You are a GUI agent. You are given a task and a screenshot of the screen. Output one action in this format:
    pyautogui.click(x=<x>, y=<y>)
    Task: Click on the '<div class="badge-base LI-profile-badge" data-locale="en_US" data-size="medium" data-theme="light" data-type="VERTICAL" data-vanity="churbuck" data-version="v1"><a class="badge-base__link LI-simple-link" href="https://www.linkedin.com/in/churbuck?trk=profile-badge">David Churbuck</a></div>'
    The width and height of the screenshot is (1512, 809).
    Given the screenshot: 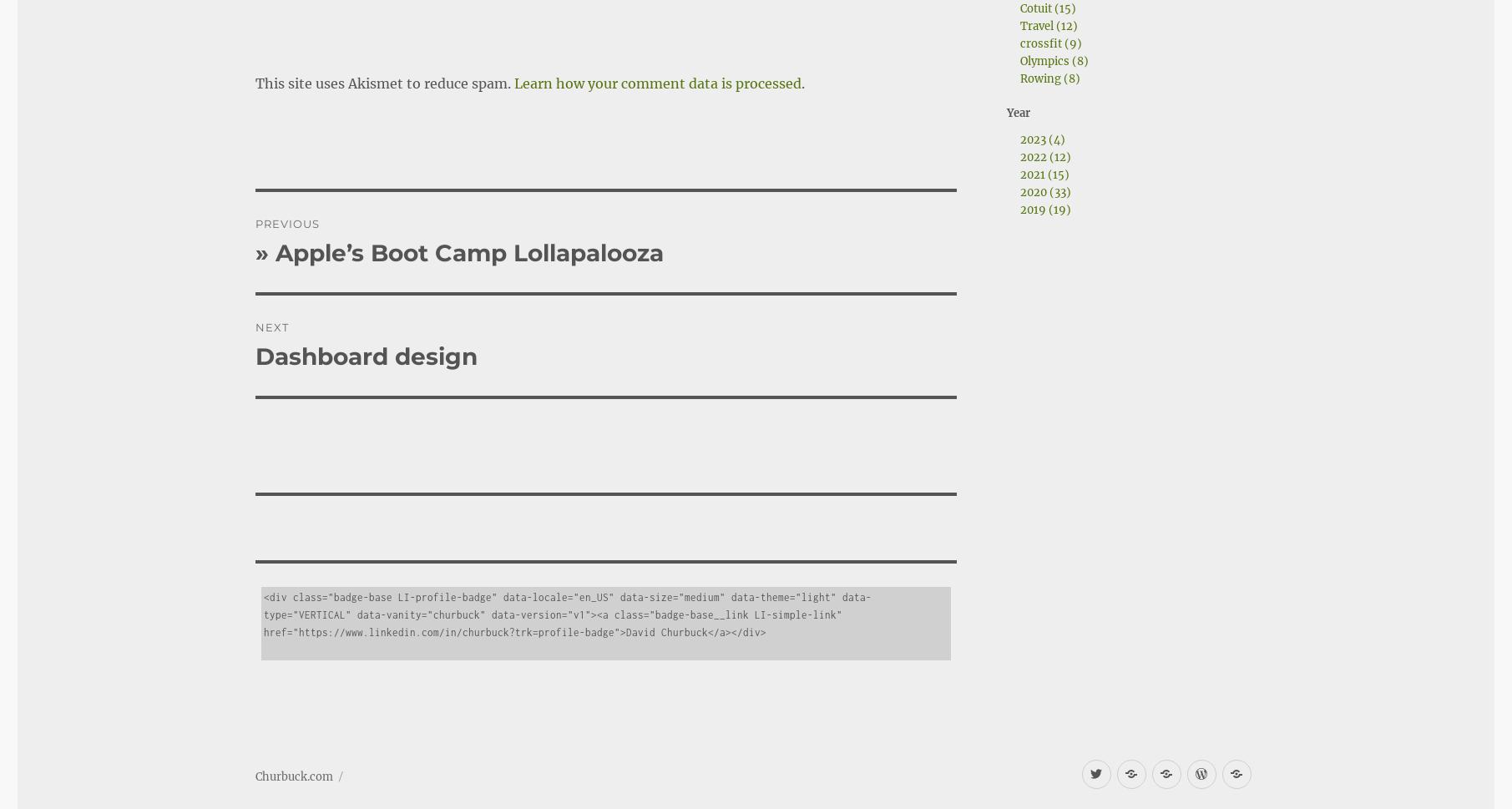 What is the action you would take?
    pyautogui.click(x=566, y=575)
    